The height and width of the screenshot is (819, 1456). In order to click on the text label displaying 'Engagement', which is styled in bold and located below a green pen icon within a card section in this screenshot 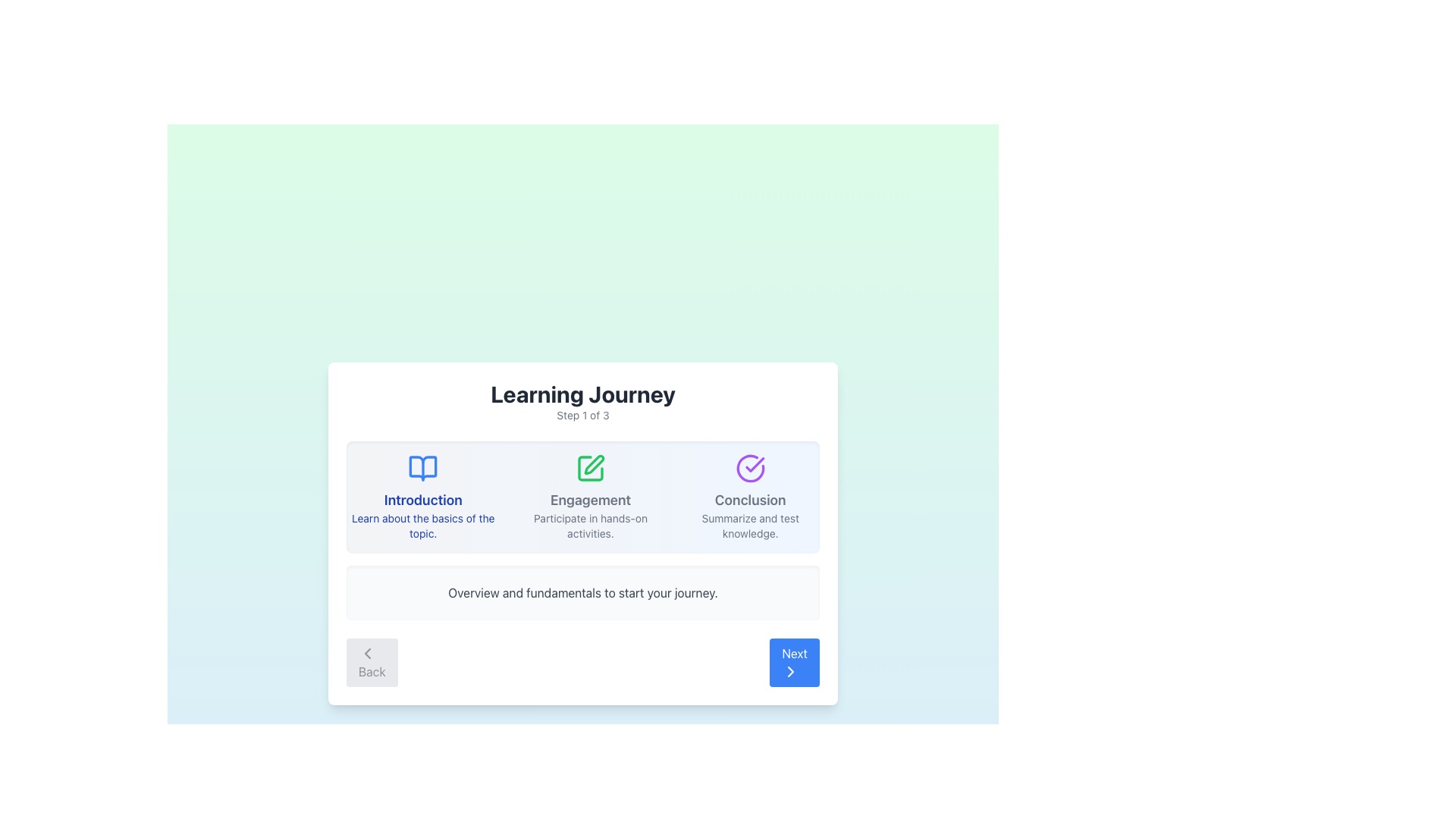, I will do `click(589, 500)`.